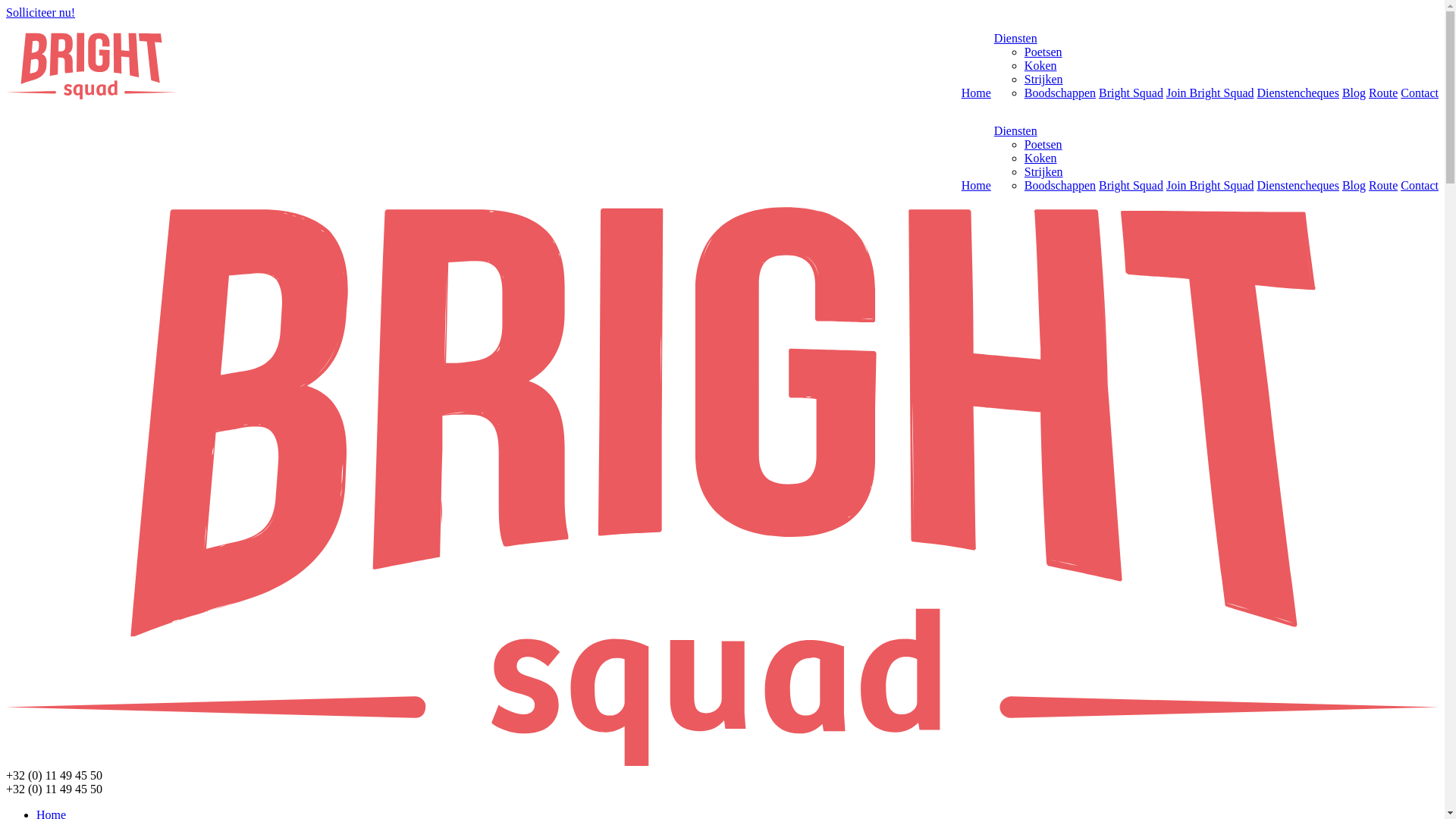 The image size is (1456, 819). I want to click on 'Poetsen', so click(1043, 51).